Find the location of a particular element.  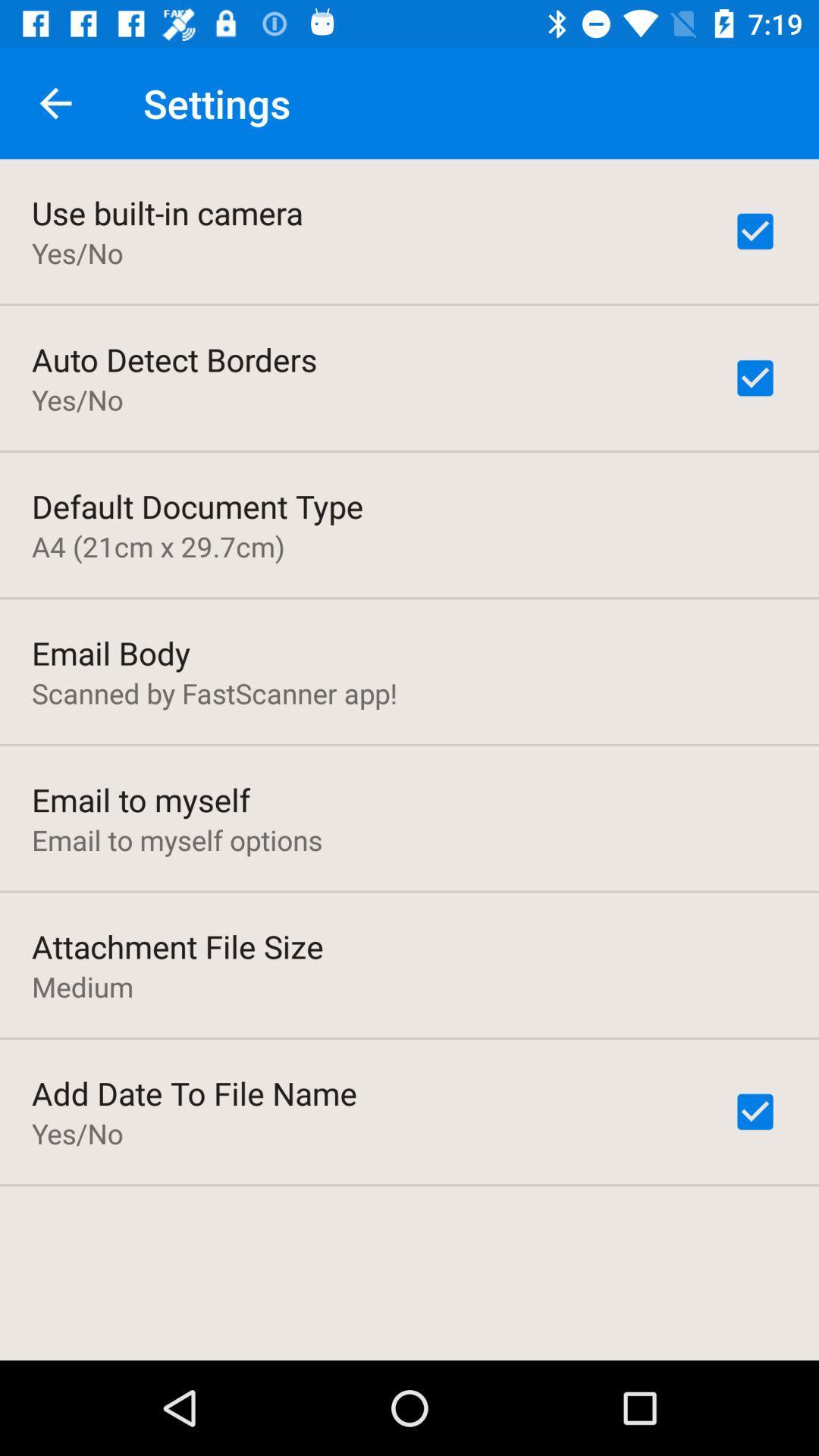

item above the a4 21cm x is located at coordinates (196, 506).